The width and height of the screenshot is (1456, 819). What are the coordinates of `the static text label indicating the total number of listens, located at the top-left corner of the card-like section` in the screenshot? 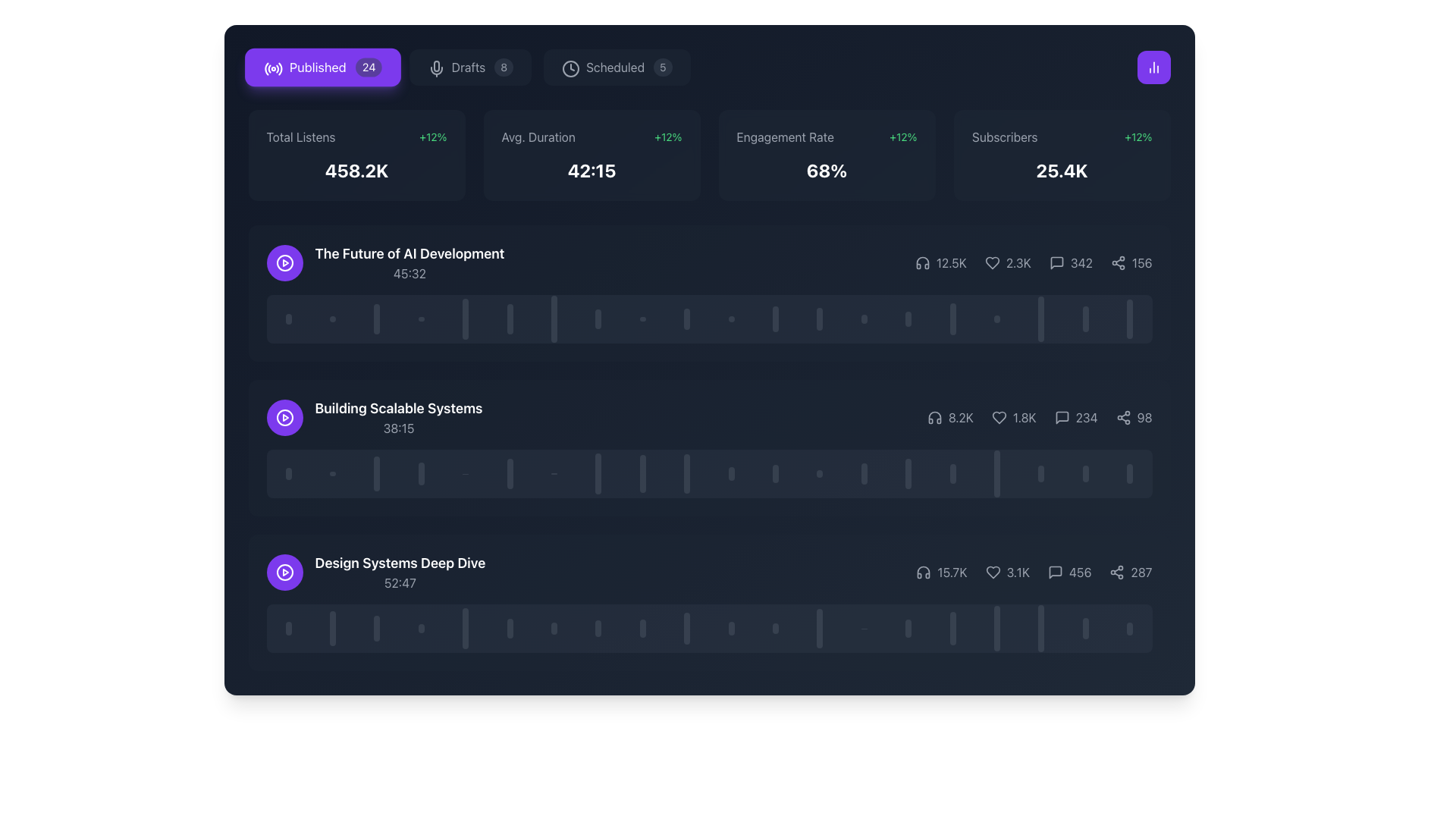 It's located at (301, 137).